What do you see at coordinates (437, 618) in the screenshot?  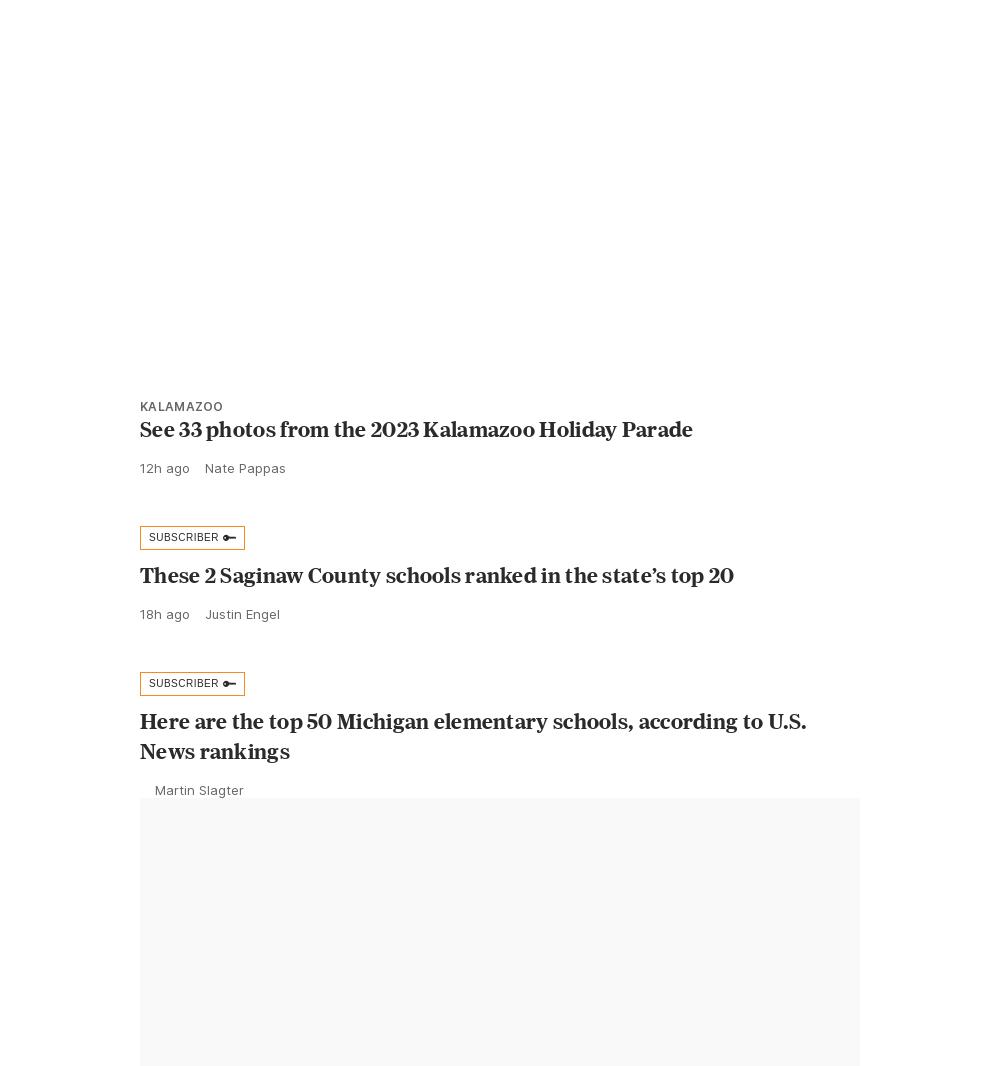 I see `'These 2 Saginaw County schools ranked in the state’s top 20'` at bounding box center [437, 618].